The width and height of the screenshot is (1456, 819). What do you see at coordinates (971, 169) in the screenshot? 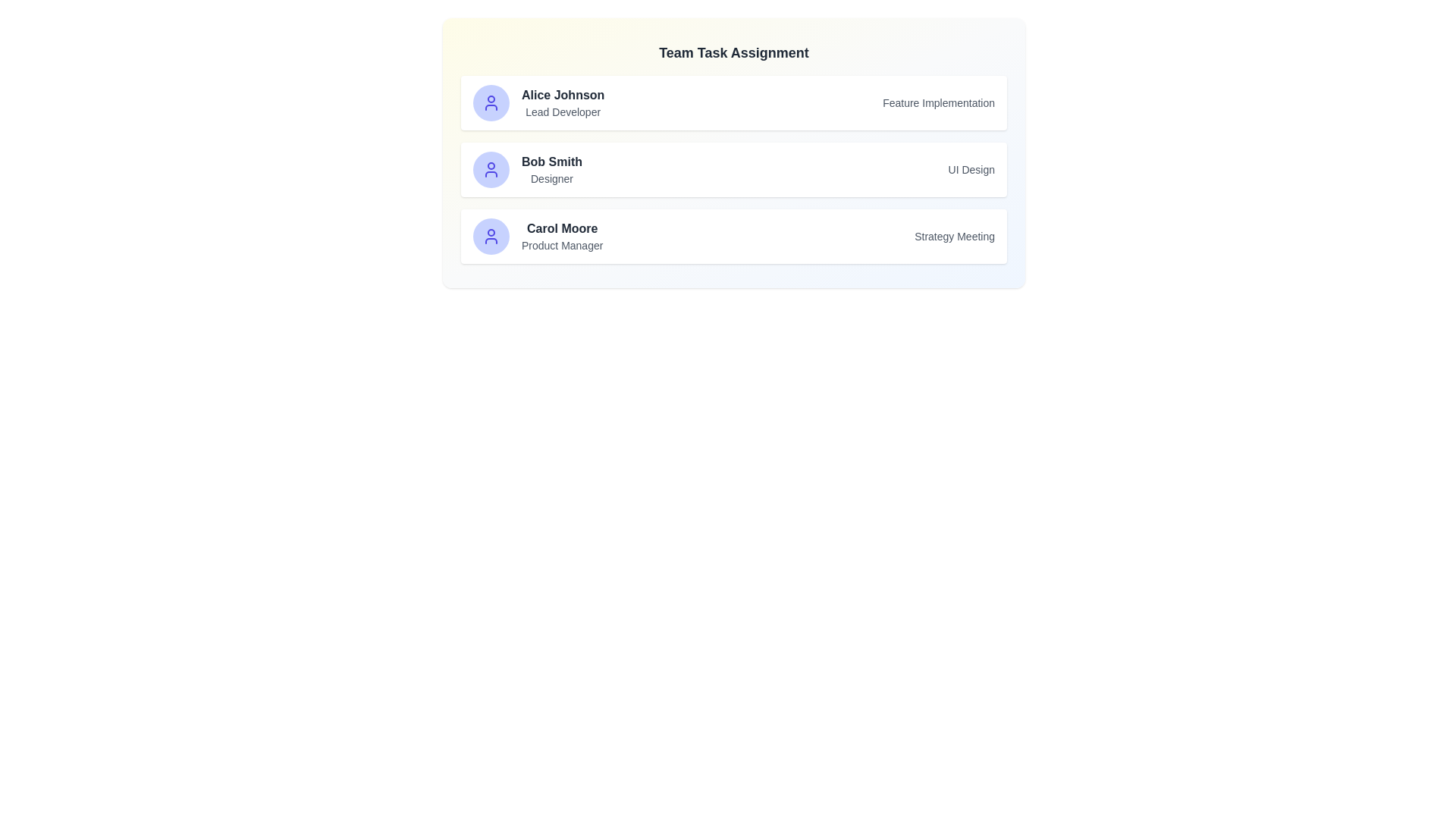
I see `the text label that reads 'UI Design', which is styled in small gray font and is located in the bottom-right corner of the task assignation block for 'Bob Smith'` at bounding box center [971, 169].